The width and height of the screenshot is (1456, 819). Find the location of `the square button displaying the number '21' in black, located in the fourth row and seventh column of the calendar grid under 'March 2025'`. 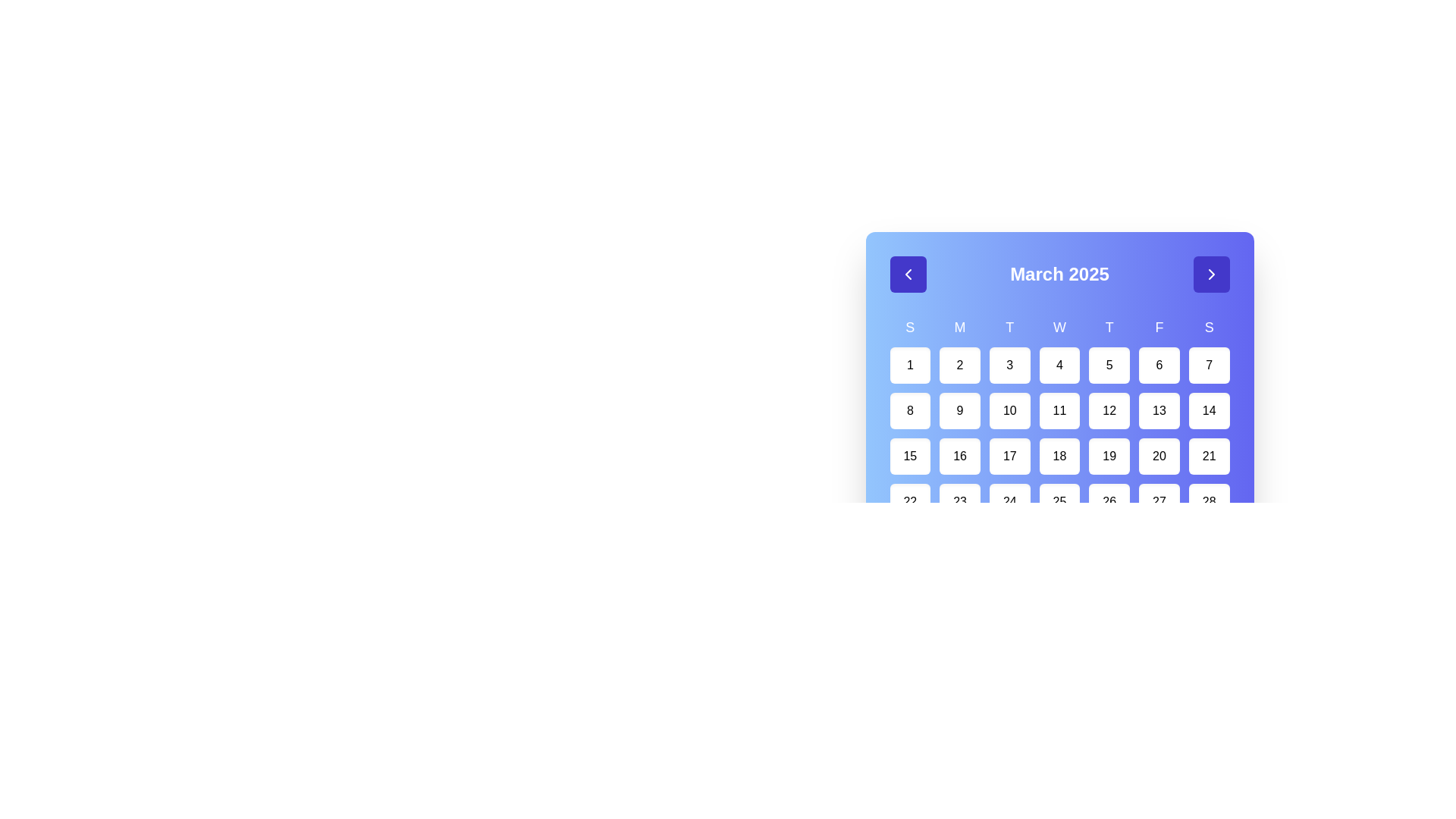

the square button displaying the number '21' in black, located in the fourth row and seventh column of the calendar grid under 'March 2025' is located at coordinates (1208, 455).